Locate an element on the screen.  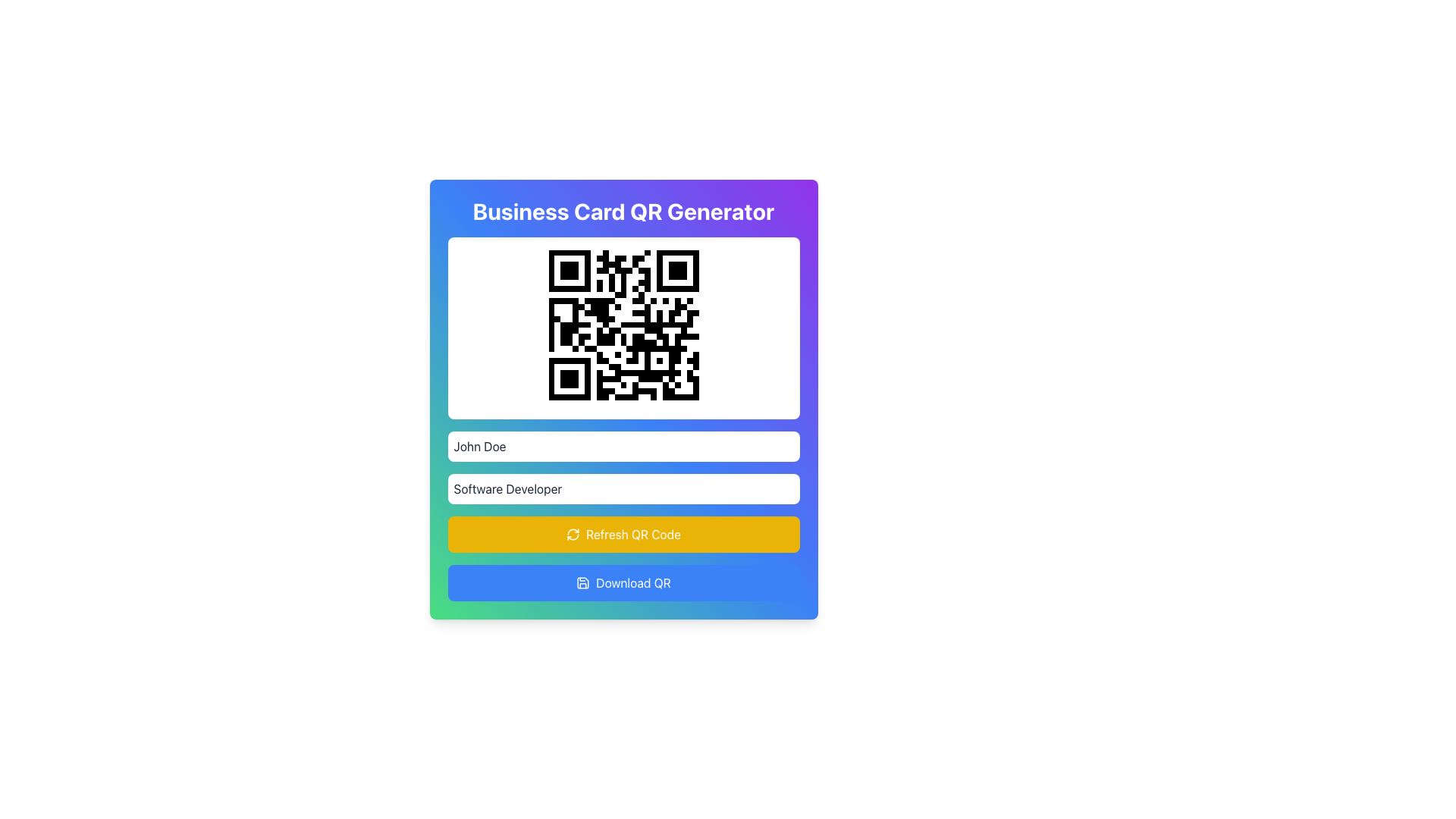
the floppy disk icon that indicates a save action, located to the left of the 'Download QR' text within the blue download button is located at coordinates (582, 582).